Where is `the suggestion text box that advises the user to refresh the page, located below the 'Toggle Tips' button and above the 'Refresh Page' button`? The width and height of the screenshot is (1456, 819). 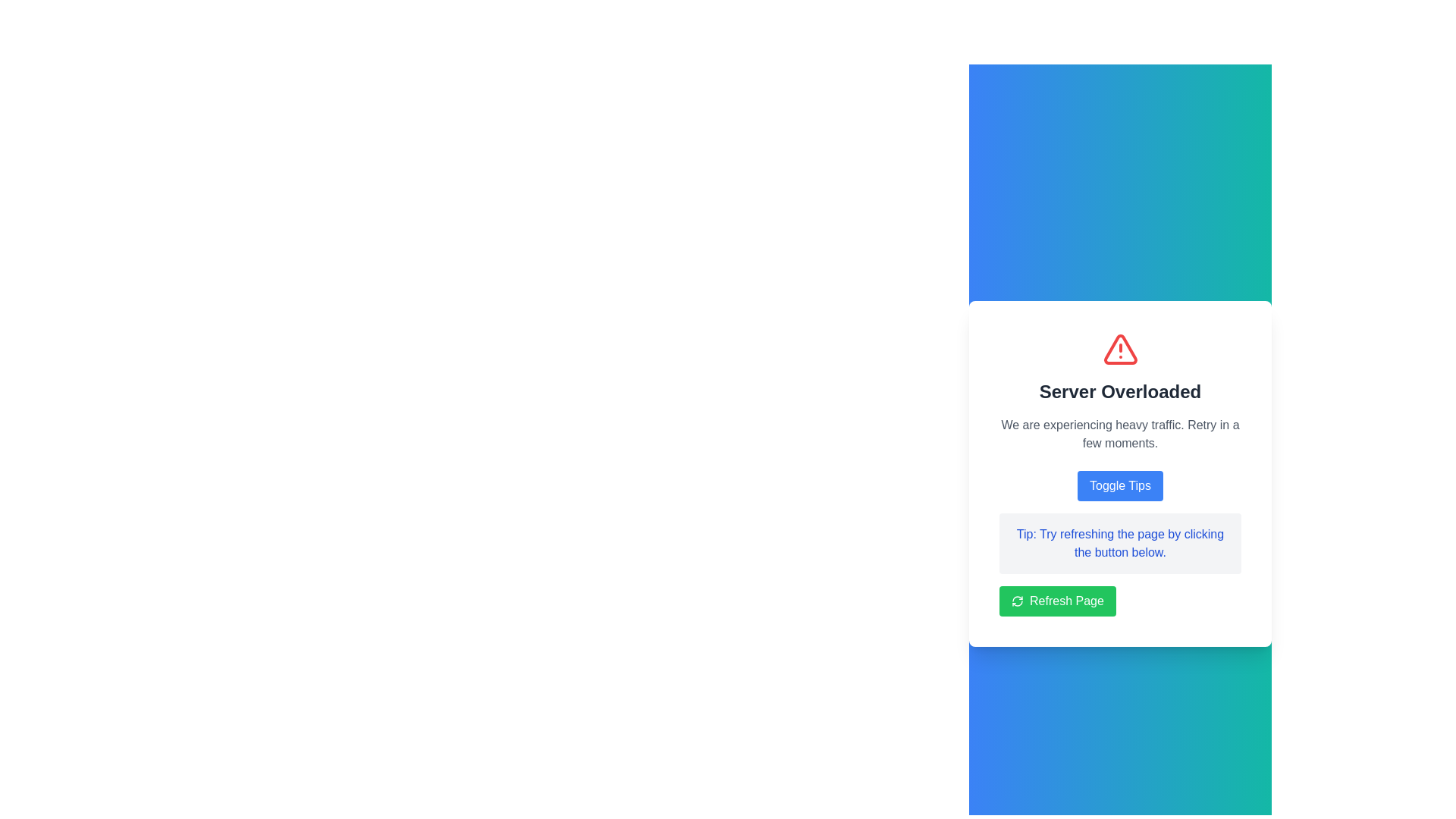
the suggestion text box that advises the user to refresh the page, located below the 'Toggle Tips' button and above the 'Refresh Page' button is located at coordinates (1120, 543).